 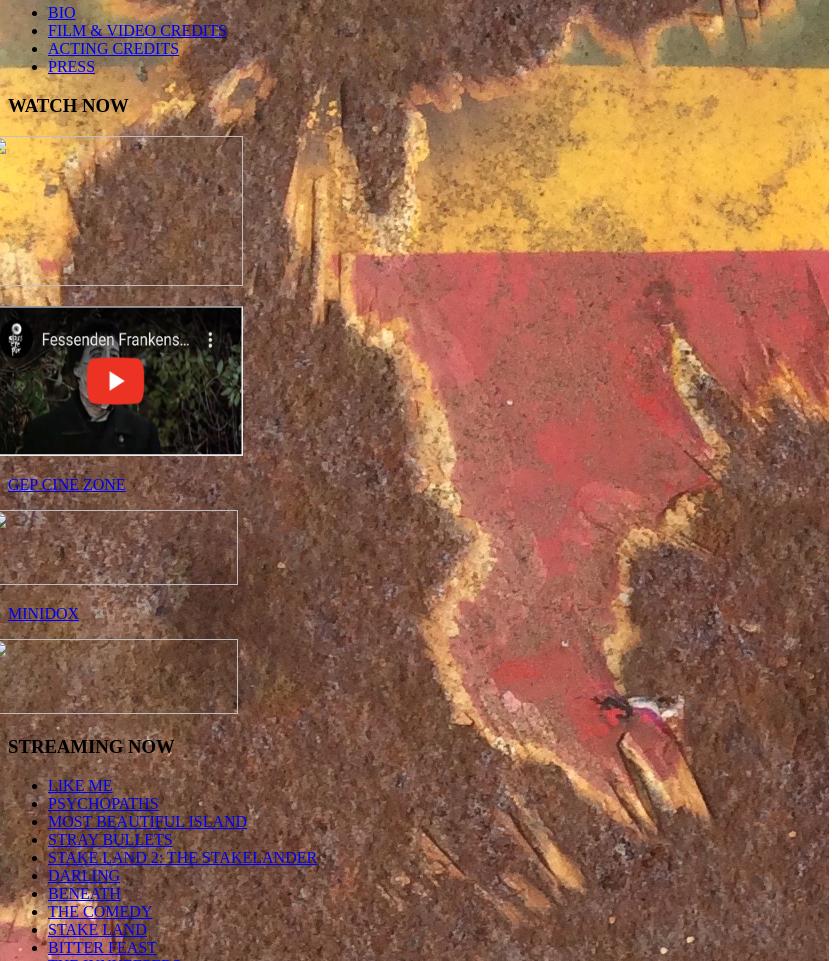 What do you see at coordinates (7, 483) in the screenshot?
I see `'GEP CINE ZONE'` at bounding box center [7, 483].